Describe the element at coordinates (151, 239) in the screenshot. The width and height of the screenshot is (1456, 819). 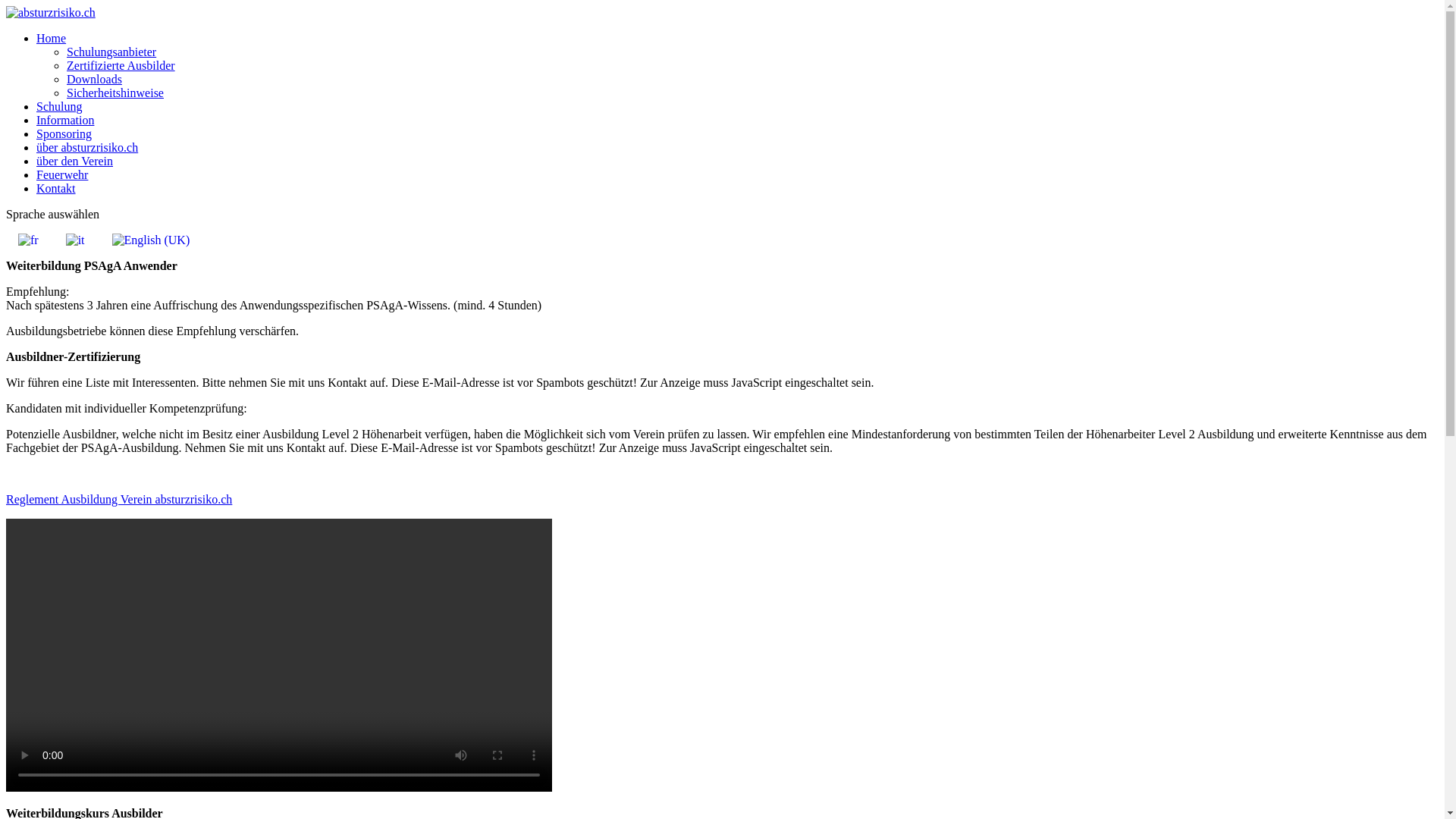
I see `'English (UK)'` at that location.